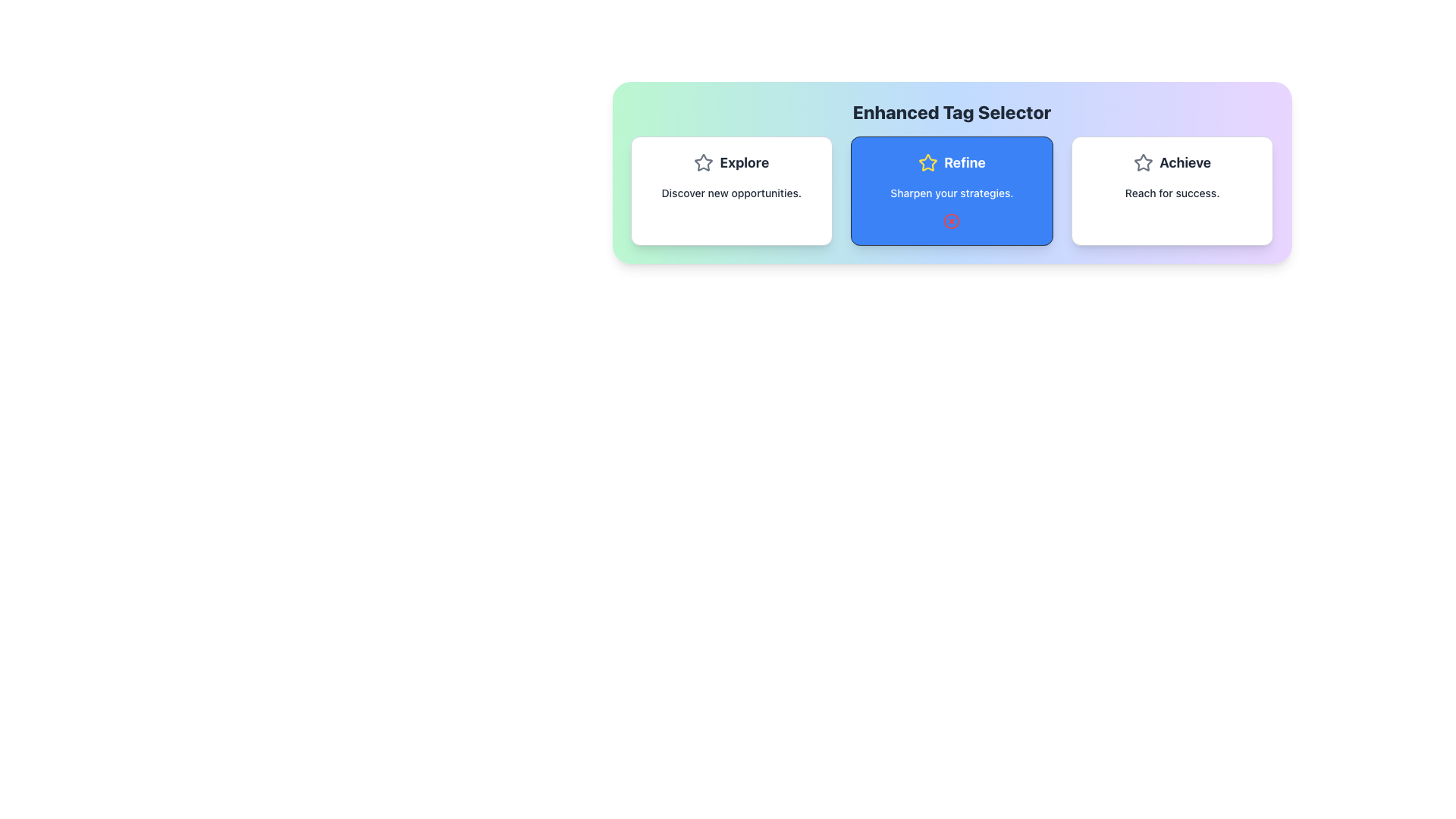 Image resolution: width=1456 pixels, height=819 pixels. Describe the element at coordinates (951, 192) in the screenshot. I see `the subtitle text label located within the blue rounded rectangle of the 'Refine' card, positioned below the title and star icon` at that location.